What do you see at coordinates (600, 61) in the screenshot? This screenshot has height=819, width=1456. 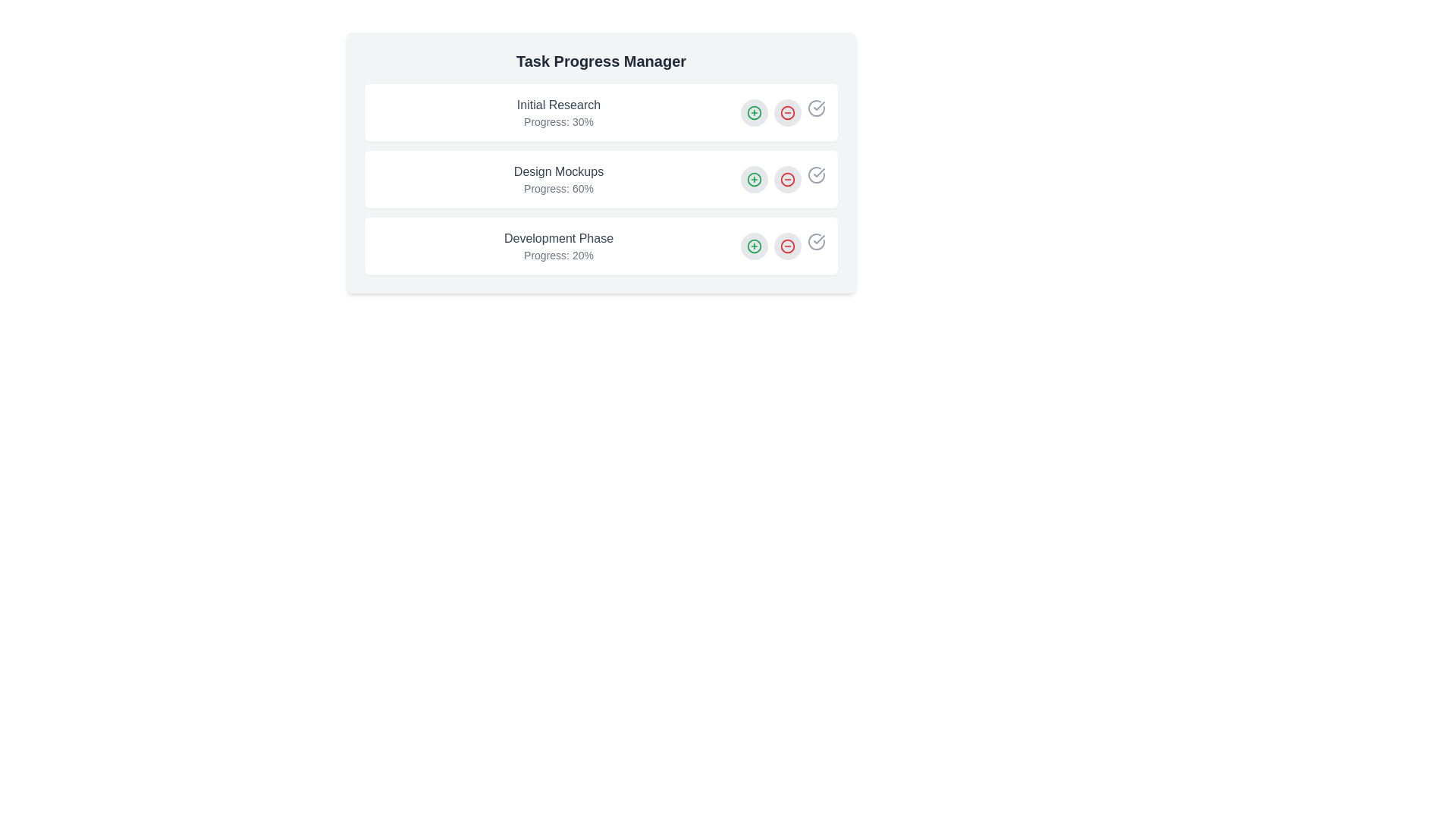 I see `the header text displaying 'Task Progress Manager' which is bold and extra-large, positioned at the top center of the section` at bounding box center [600, 61].